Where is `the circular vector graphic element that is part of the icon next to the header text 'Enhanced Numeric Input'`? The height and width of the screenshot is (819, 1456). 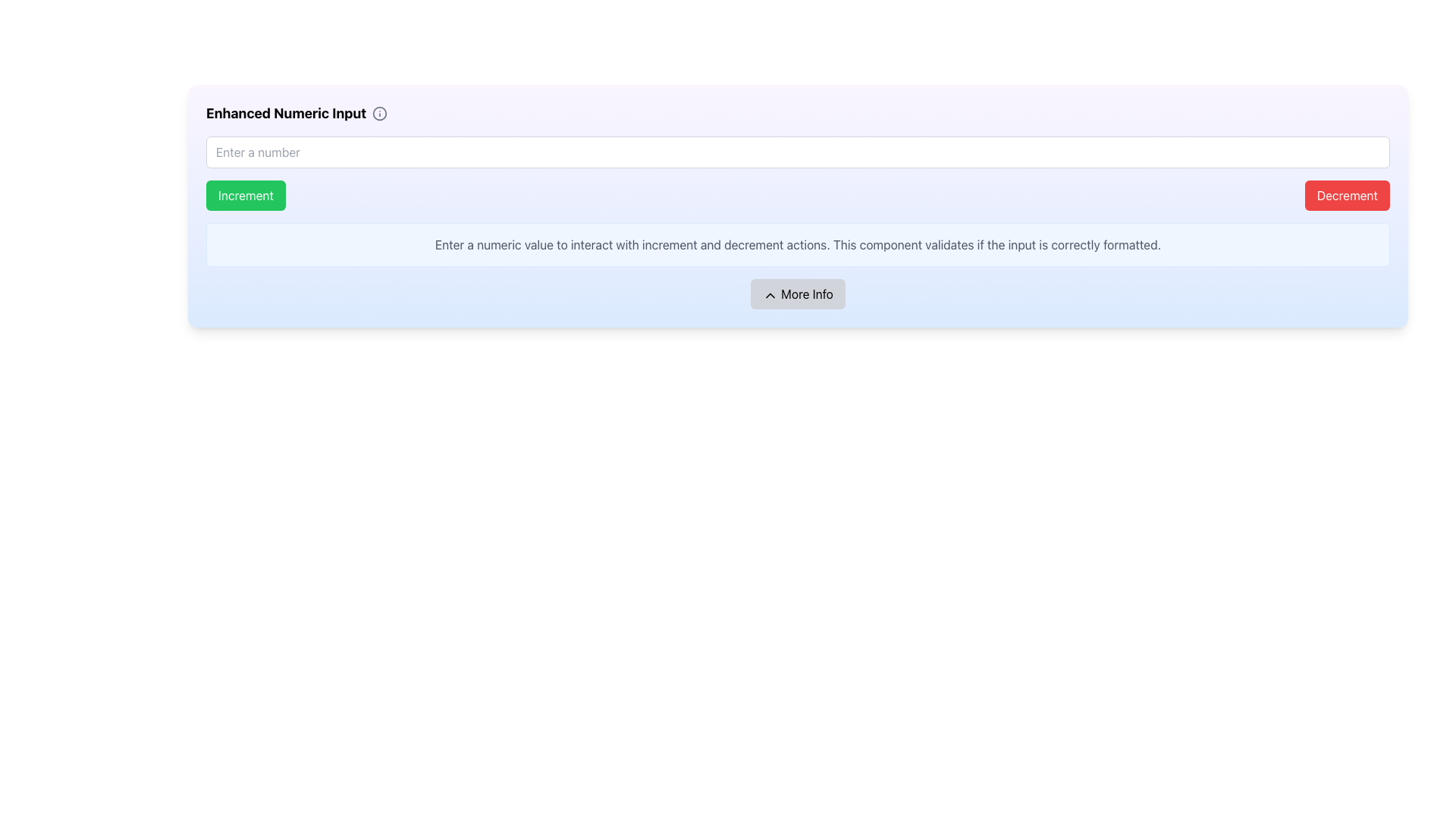 the circular vector graphic element that is part of the icon next to the header text 'Enhanced Numeric Input' is located at coordinates (380, 113).